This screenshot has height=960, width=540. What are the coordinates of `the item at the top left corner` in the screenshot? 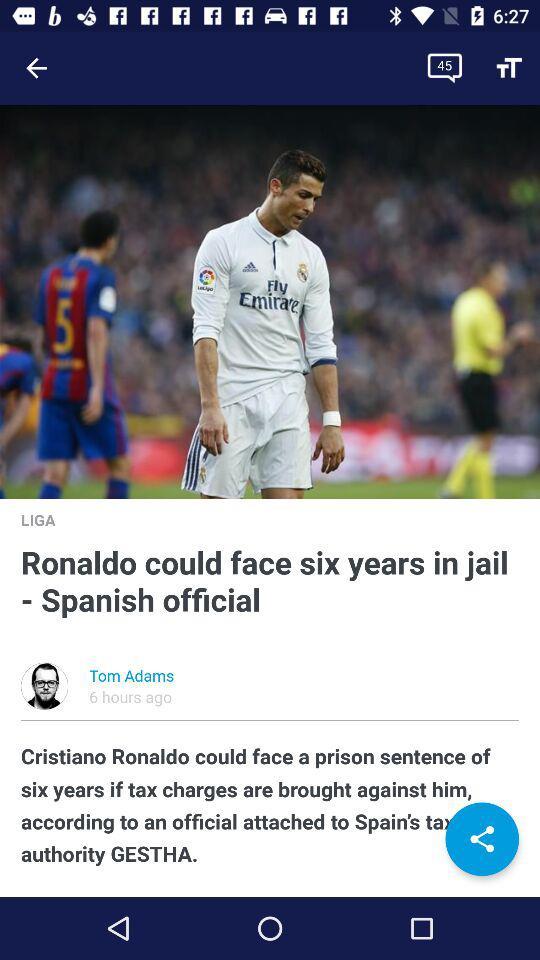 It's located at (36, 68).